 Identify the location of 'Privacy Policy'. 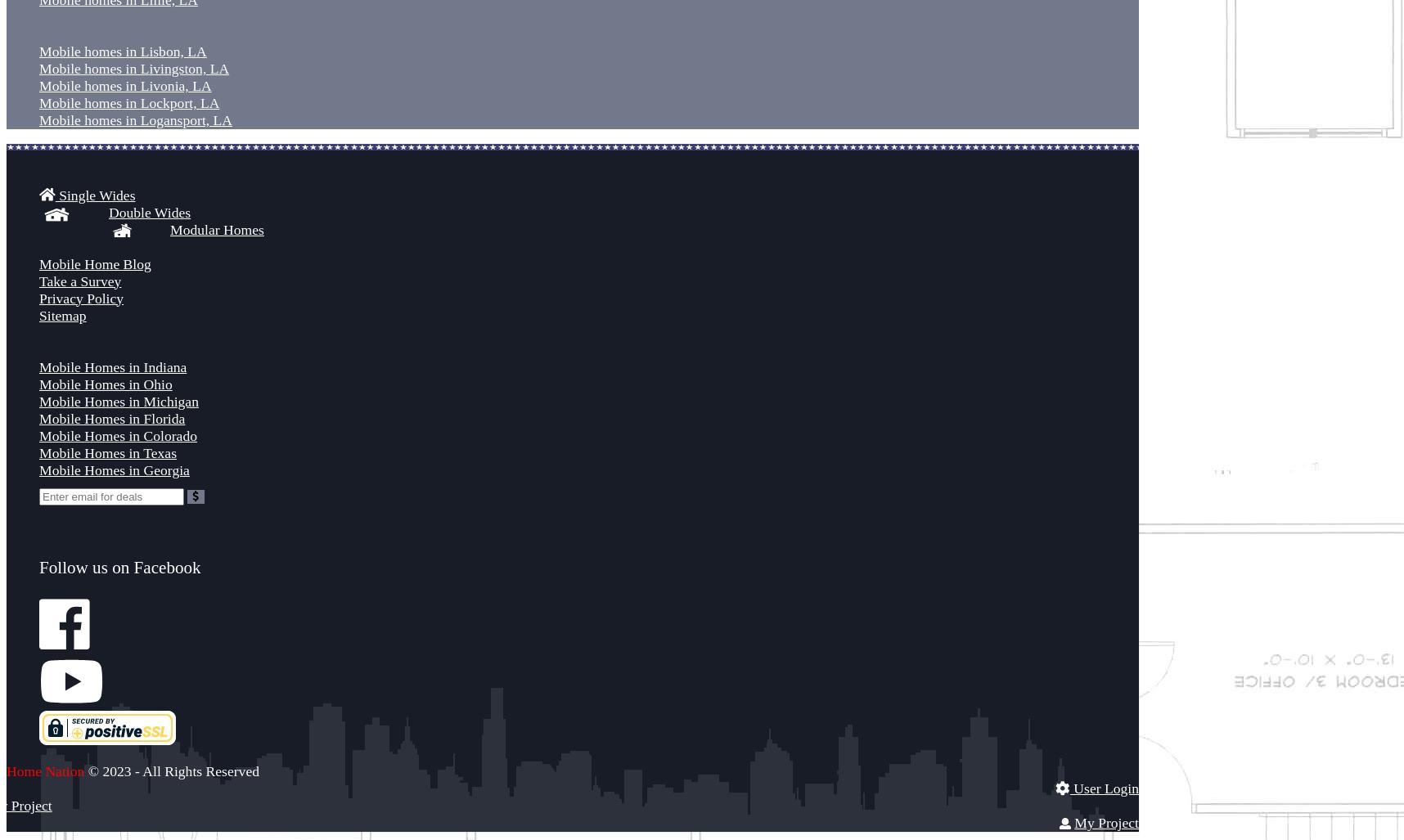
(80, 297).